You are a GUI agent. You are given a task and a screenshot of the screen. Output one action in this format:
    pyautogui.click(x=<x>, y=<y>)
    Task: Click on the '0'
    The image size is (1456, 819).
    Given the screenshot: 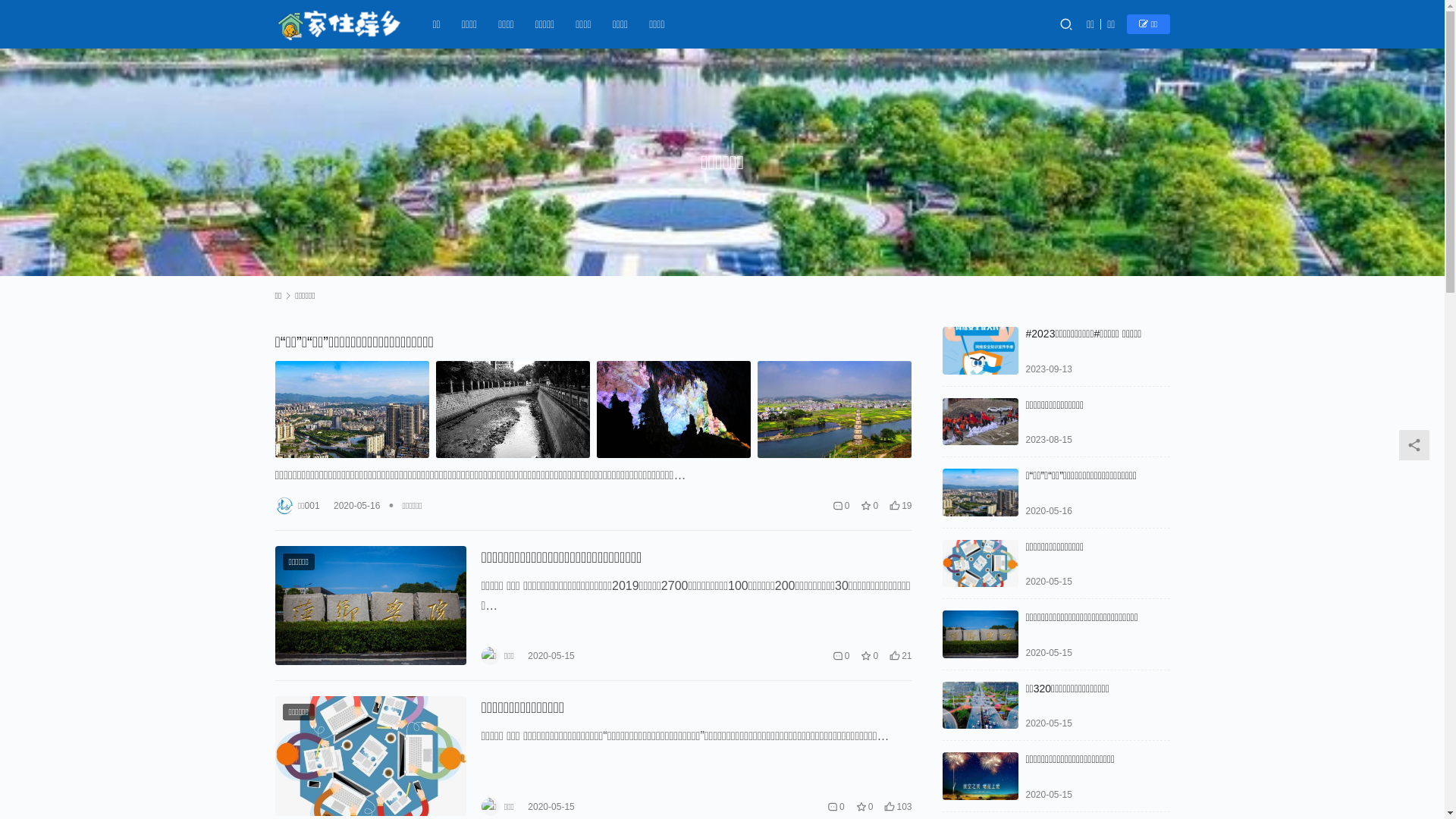 What is the action you would take?
    pyautogui.click(x=832, y=654)
    